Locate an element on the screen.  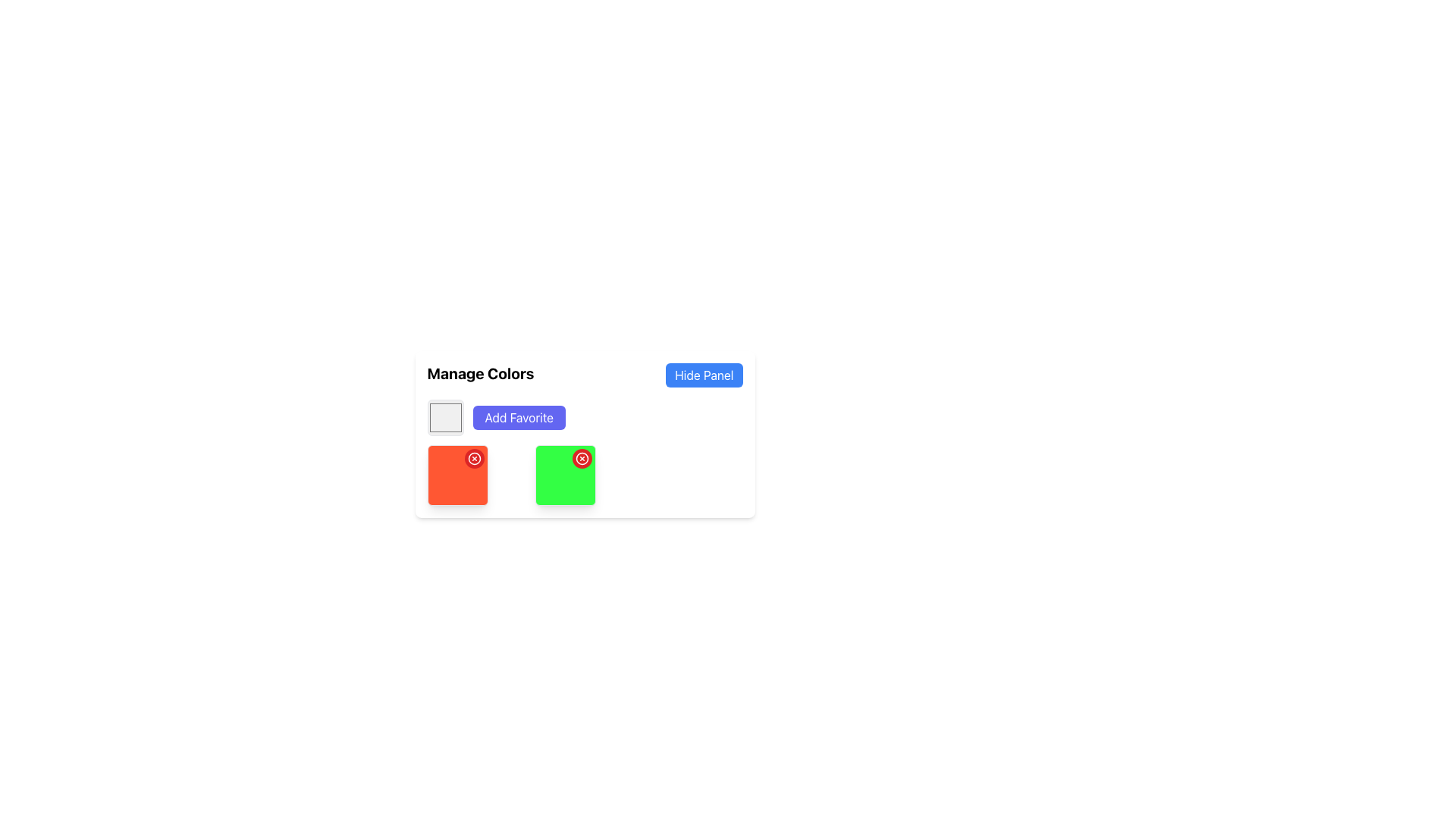
the upper-right corner of the interactive color box with a delete button located in the 'Manage Colors' section is located at coordinates (584, 435).